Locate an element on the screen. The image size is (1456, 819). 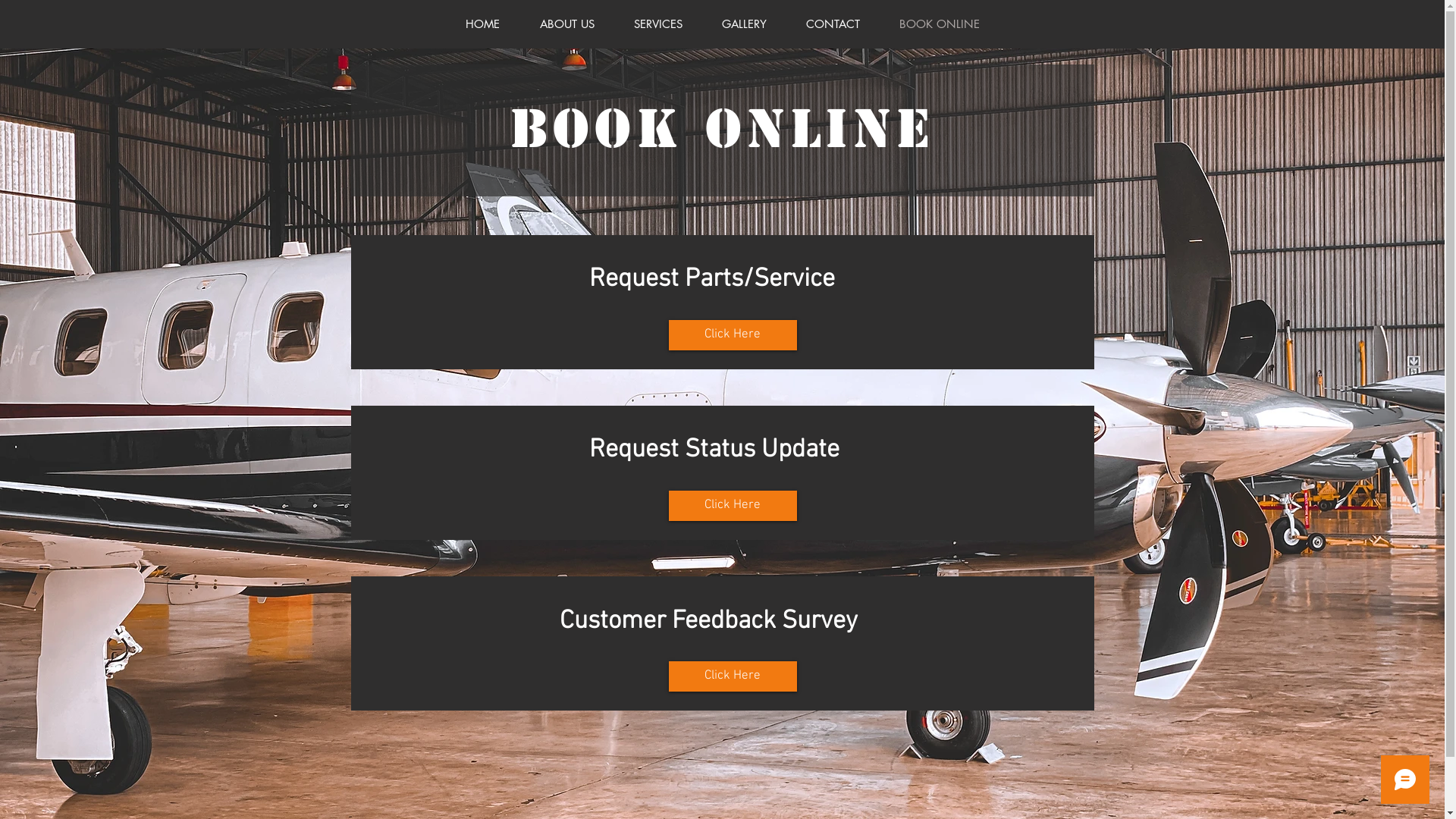
'Click Here' is located at coordinates (733, 334).